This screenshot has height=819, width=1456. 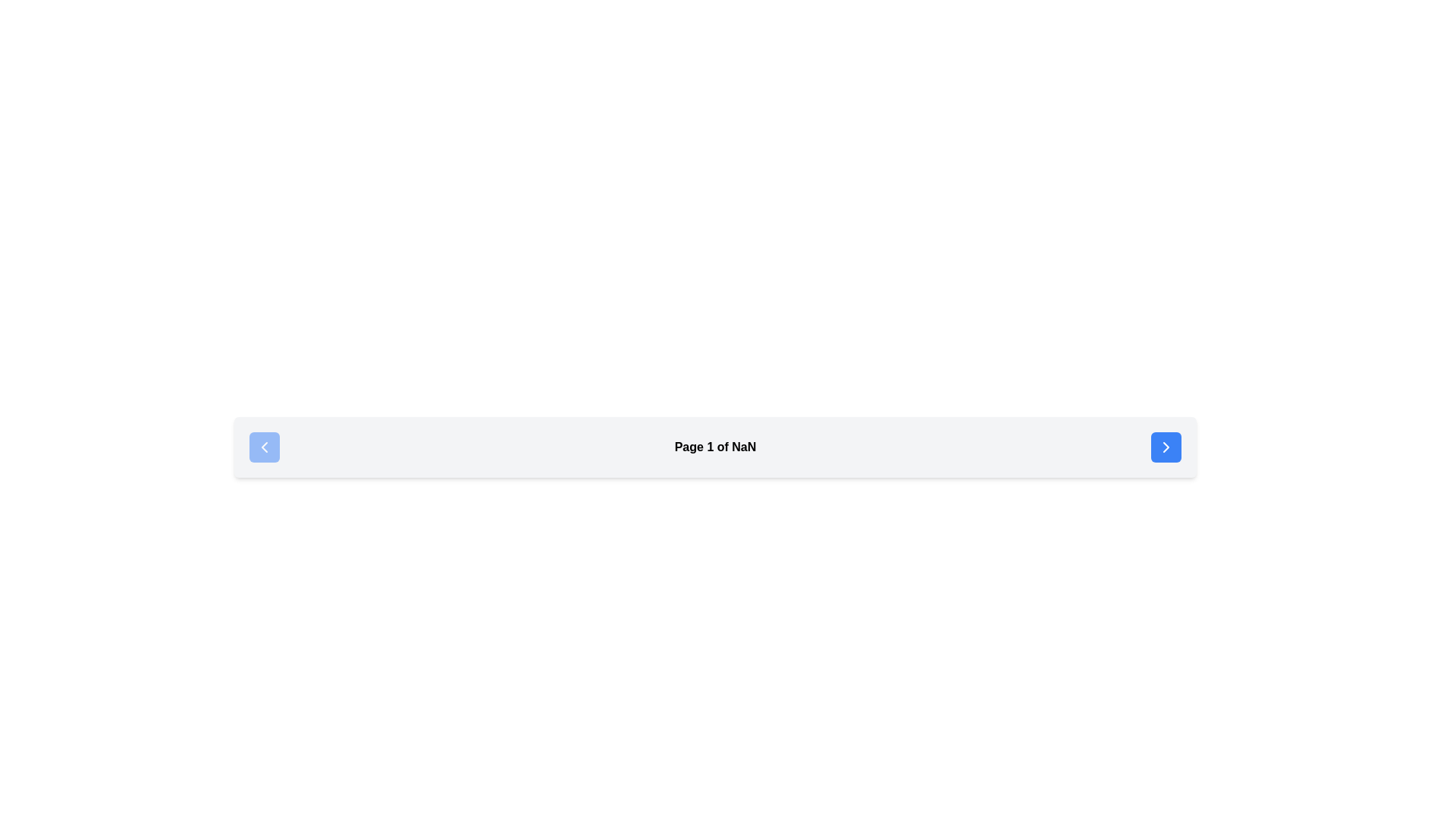 What do you see at coordinates (1165, 447) in the screenshot?
I see `the chevron arrow icon located within the blue circular button at the far right end of the navigation bar` at bounding box center [1165, 447].